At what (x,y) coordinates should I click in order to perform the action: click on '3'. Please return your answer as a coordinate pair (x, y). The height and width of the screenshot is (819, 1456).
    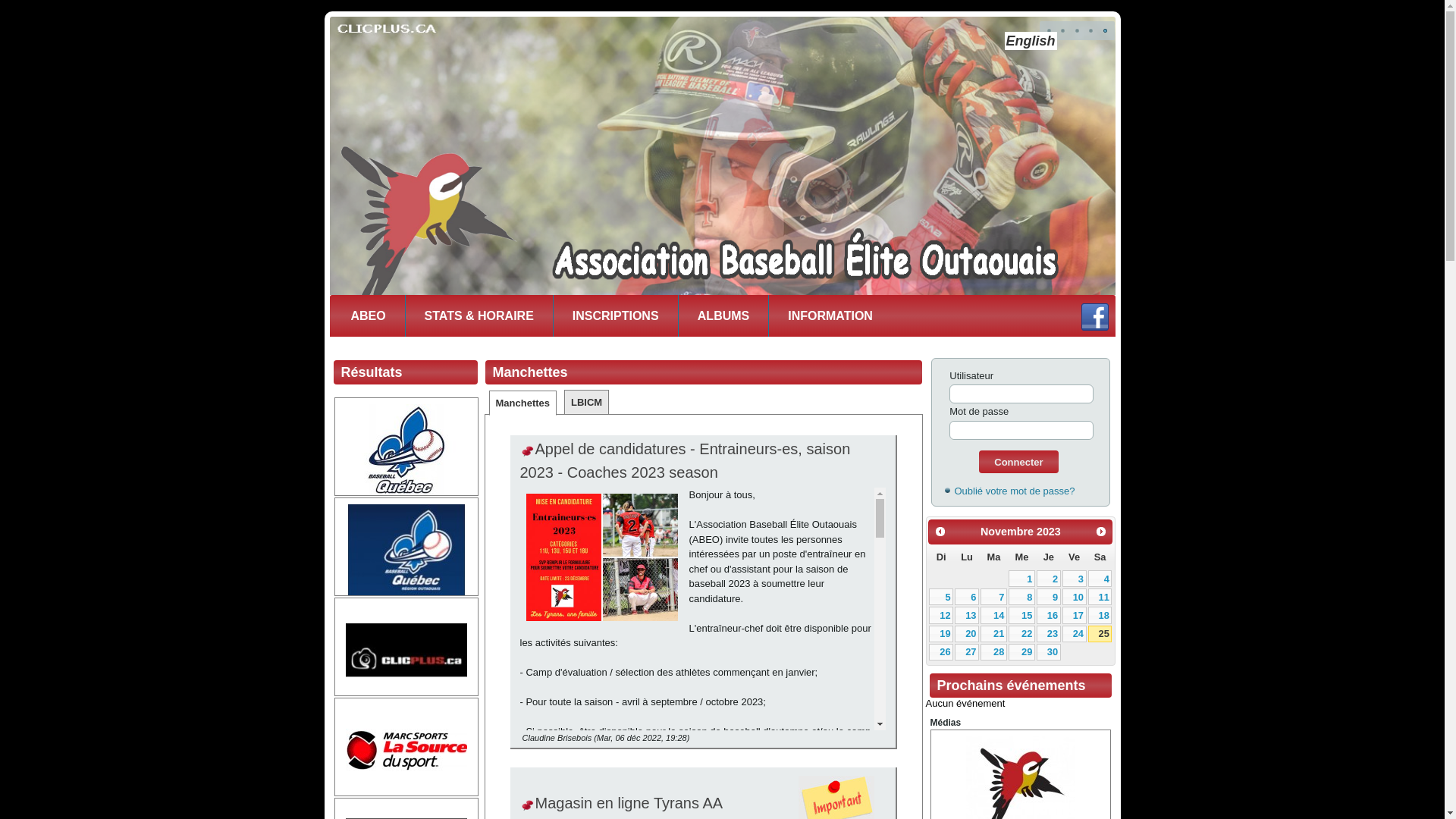
    Looking at the image, I should click on (1062, 579).